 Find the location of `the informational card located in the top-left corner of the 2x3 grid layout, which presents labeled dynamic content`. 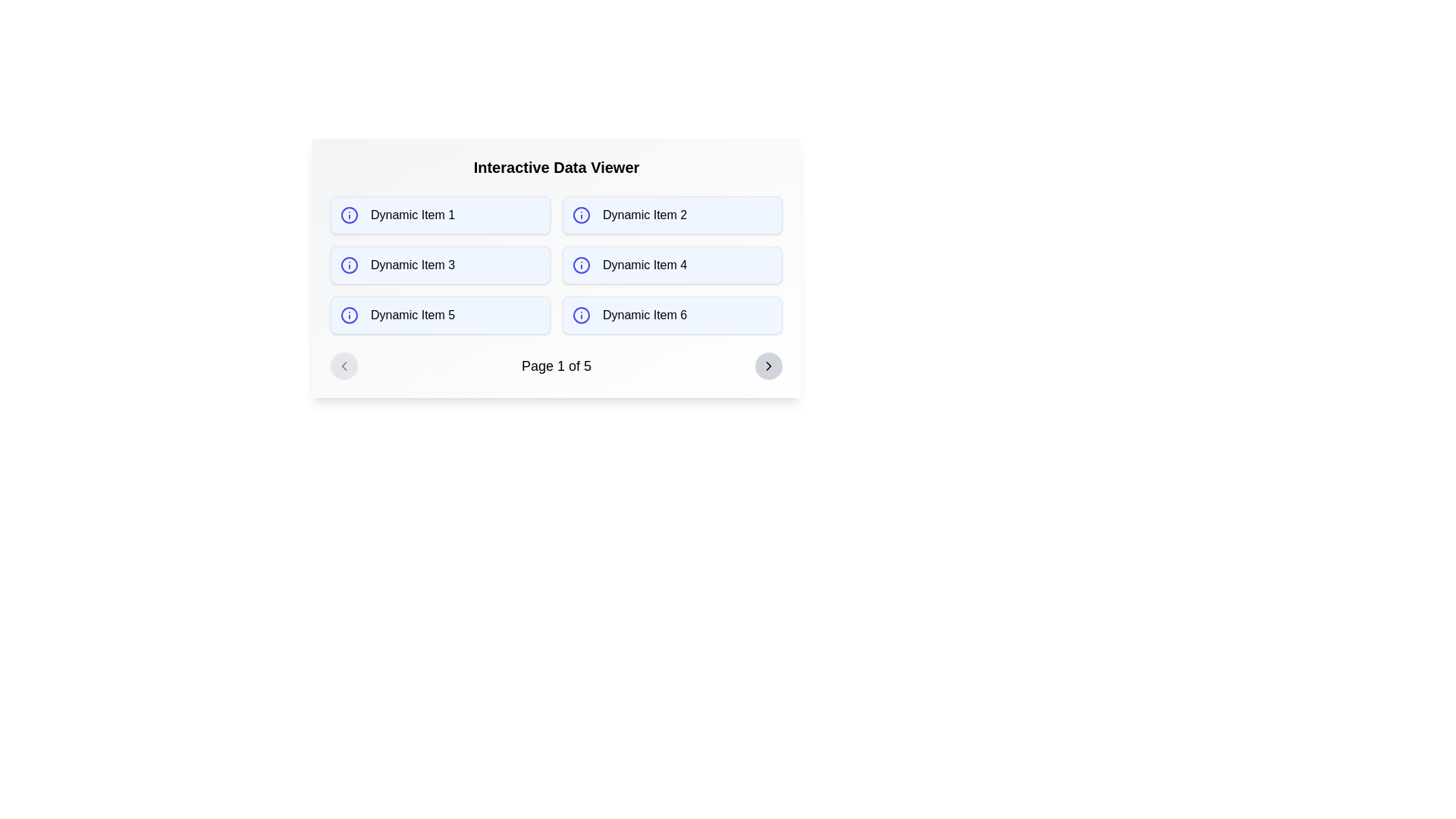

the informational card located in the top-left corner of the 2x3 grid layout, which presents labeled dynamic content is located at coordinates (439, 215).